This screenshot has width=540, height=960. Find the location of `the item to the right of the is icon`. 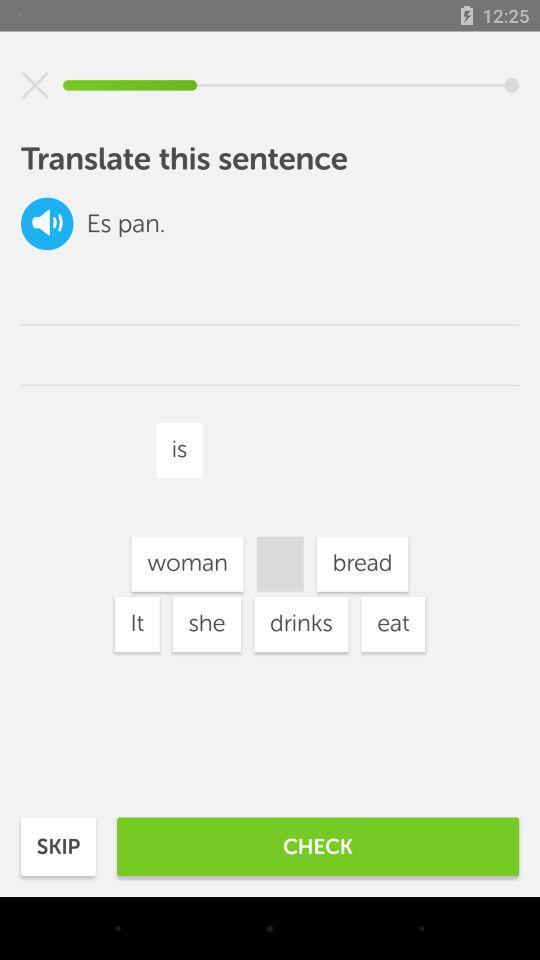

the item to the right of the is icon is located at coordinates (361, 564).